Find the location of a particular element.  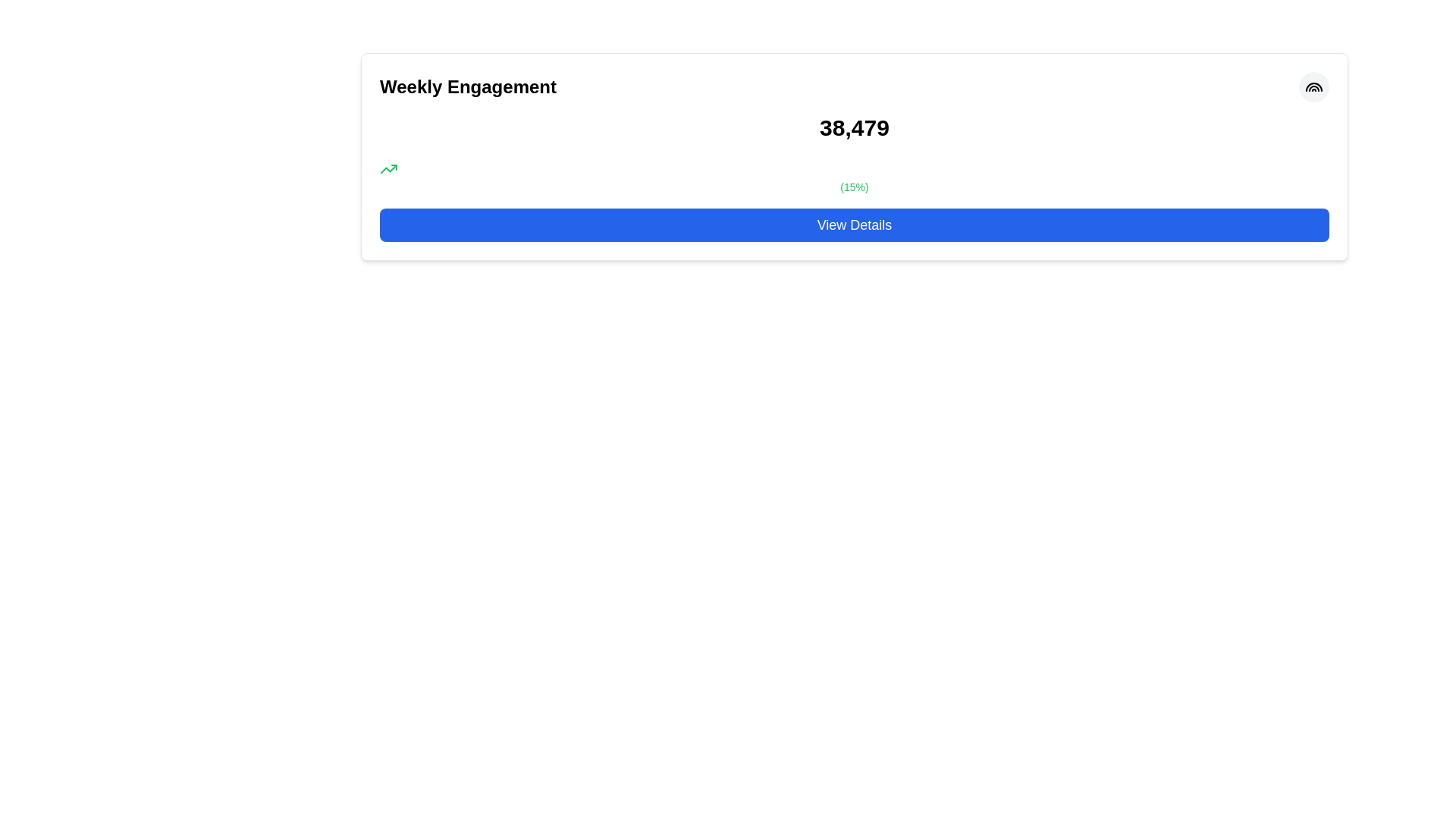

the upward trend icon located beneath the 'Weekly Engagement' heading, next to the '(15%)' text is located at coordinates (389, 169).